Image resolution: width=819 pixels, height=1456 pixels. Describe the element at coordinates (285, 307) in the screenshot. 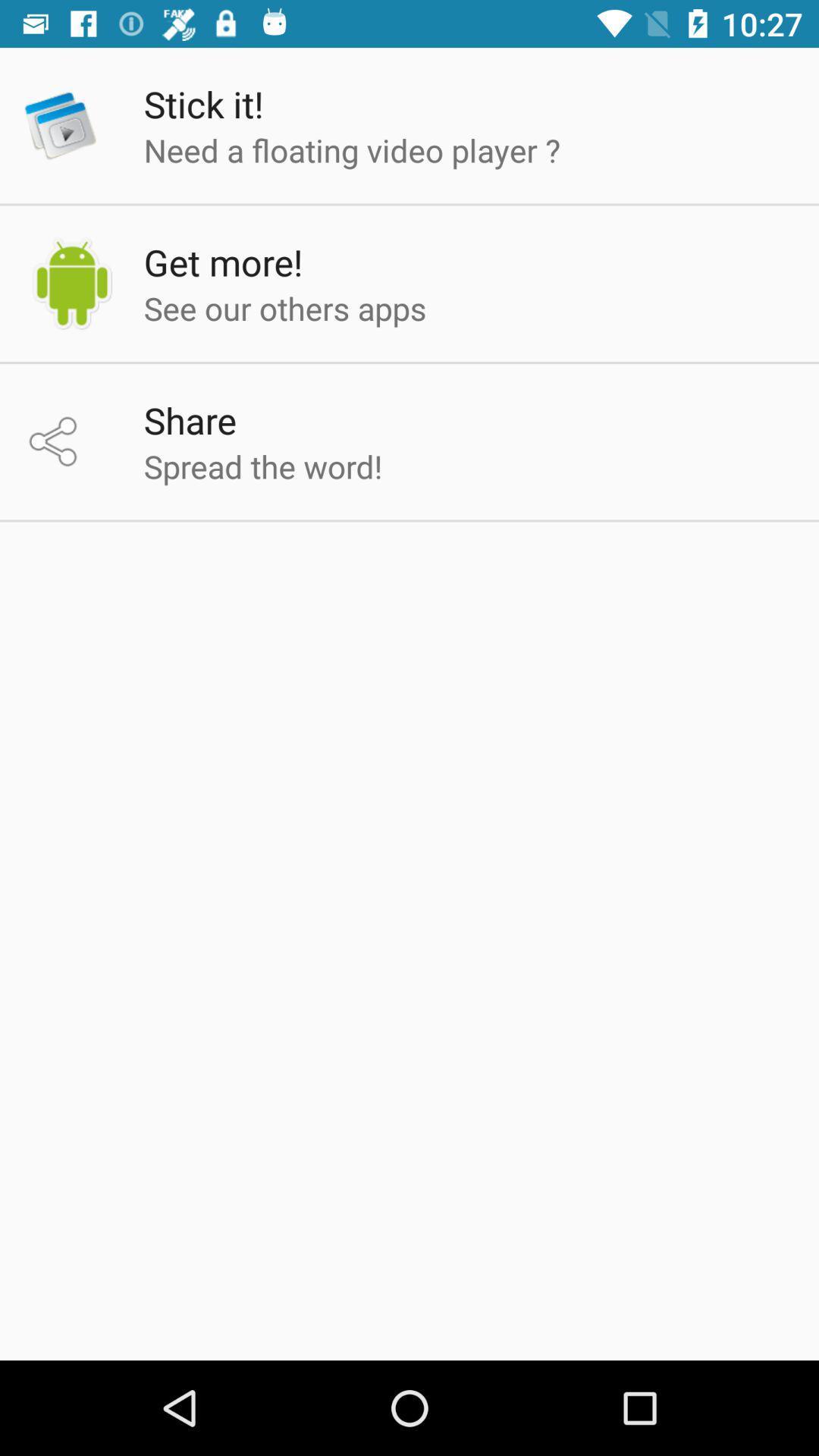

I see `the item below the get more! app` at that location.